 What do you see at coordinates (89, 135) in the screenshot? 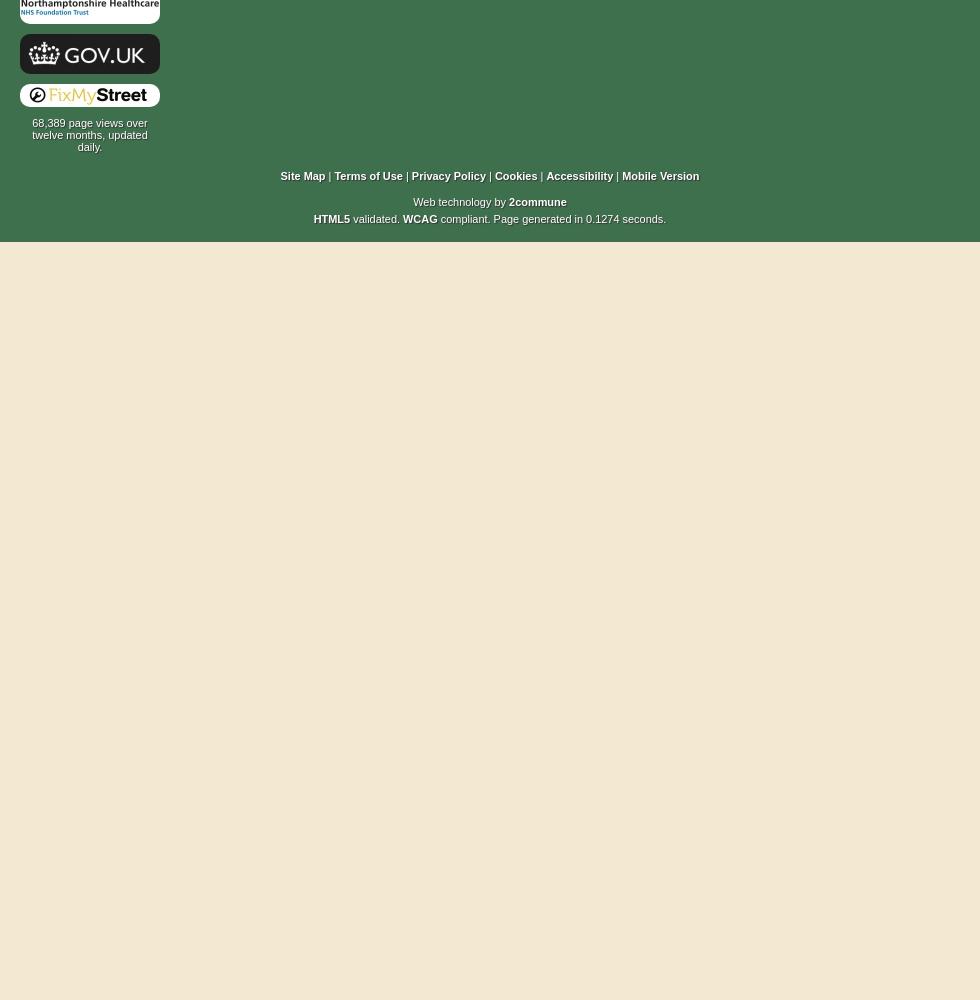
I see `'68,389 page views over twelve months, updated daily.'` at bounding box center [89, 135].